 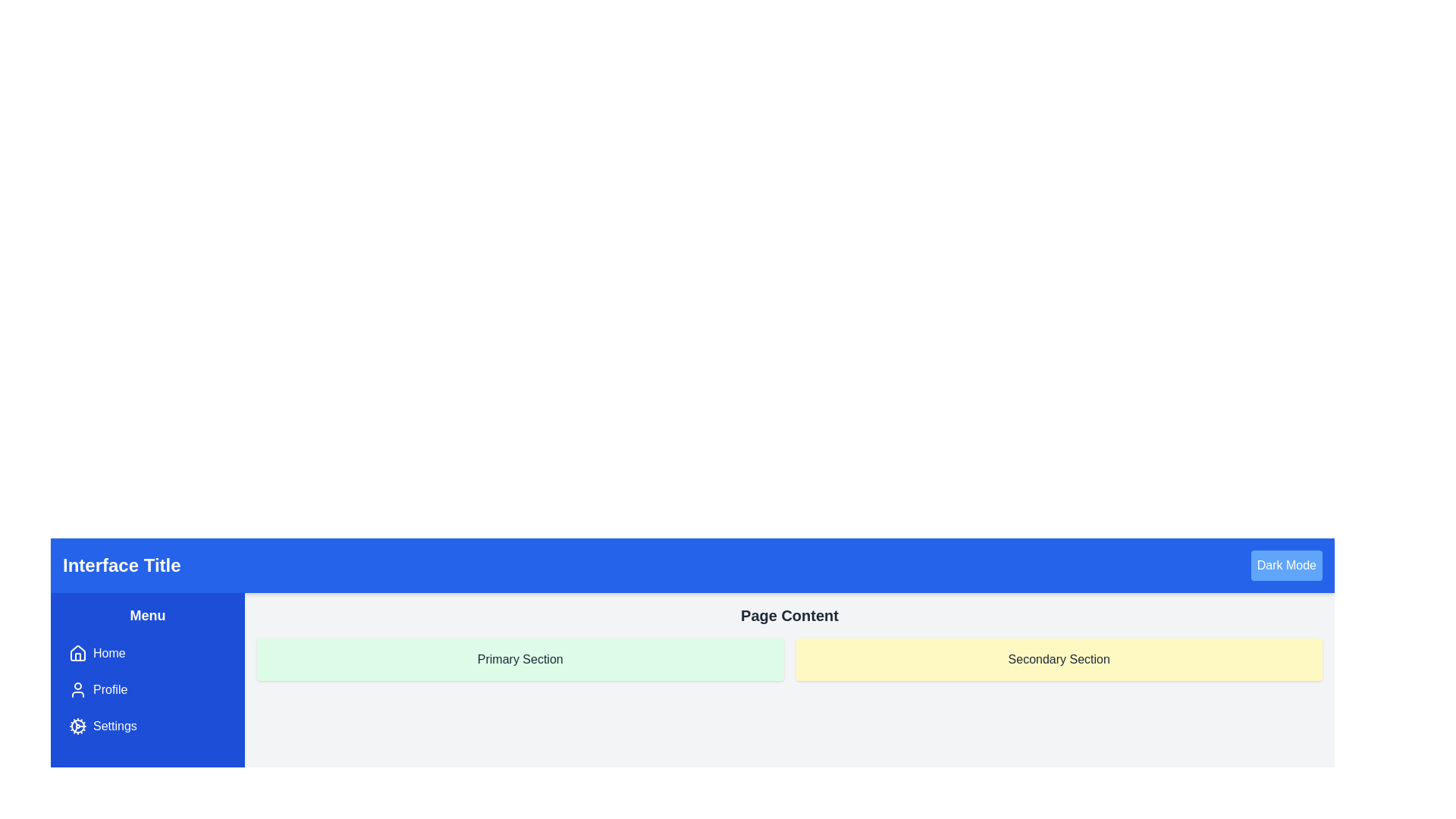 I want to click on the house-shaped icon located in the 'Home' menu item, so click(x=77, y=652).